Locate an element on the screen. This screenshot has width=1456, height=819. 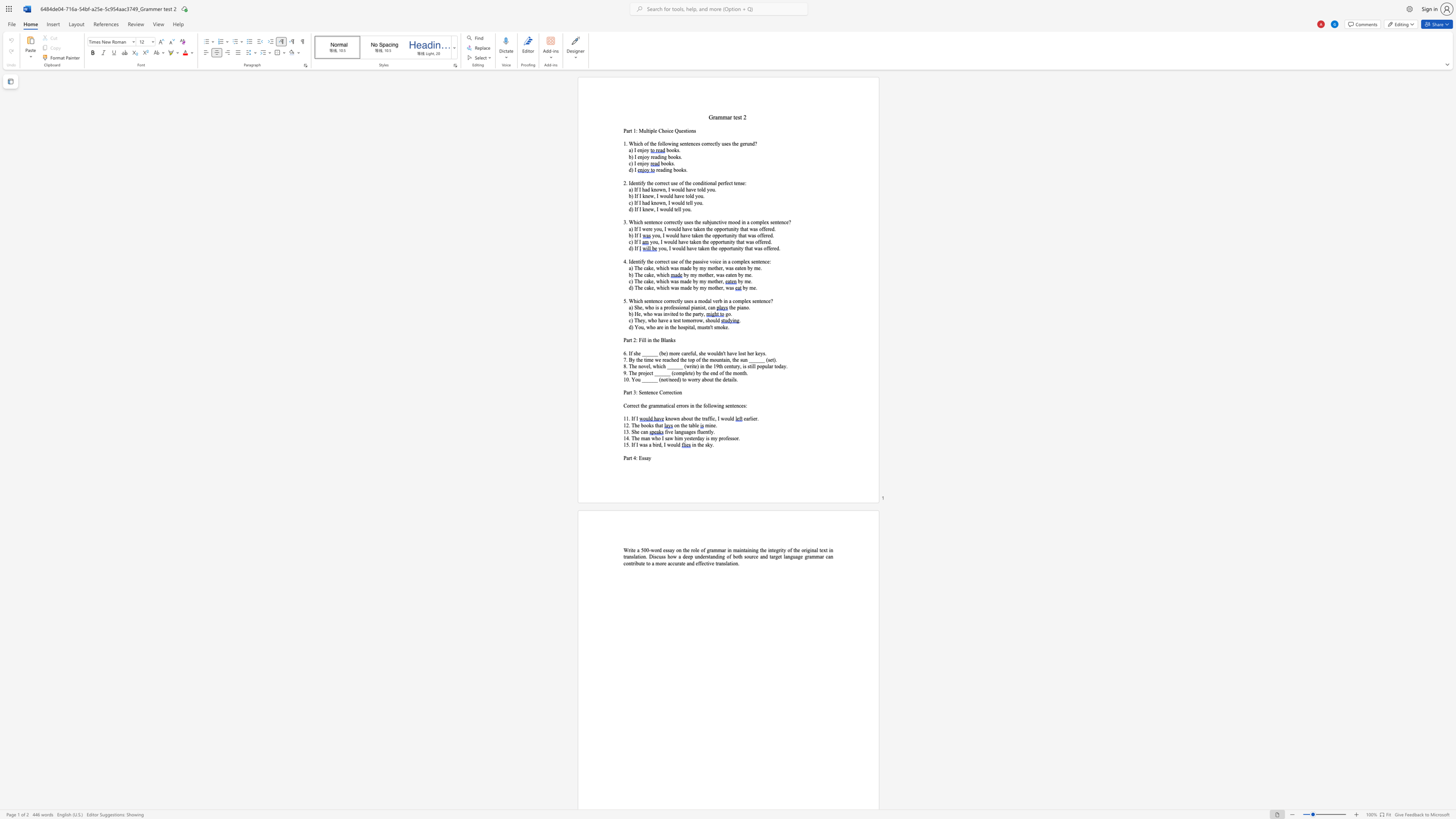
the space between the continuous character "l" and "e" in the text is located at coordinates (654, 130).